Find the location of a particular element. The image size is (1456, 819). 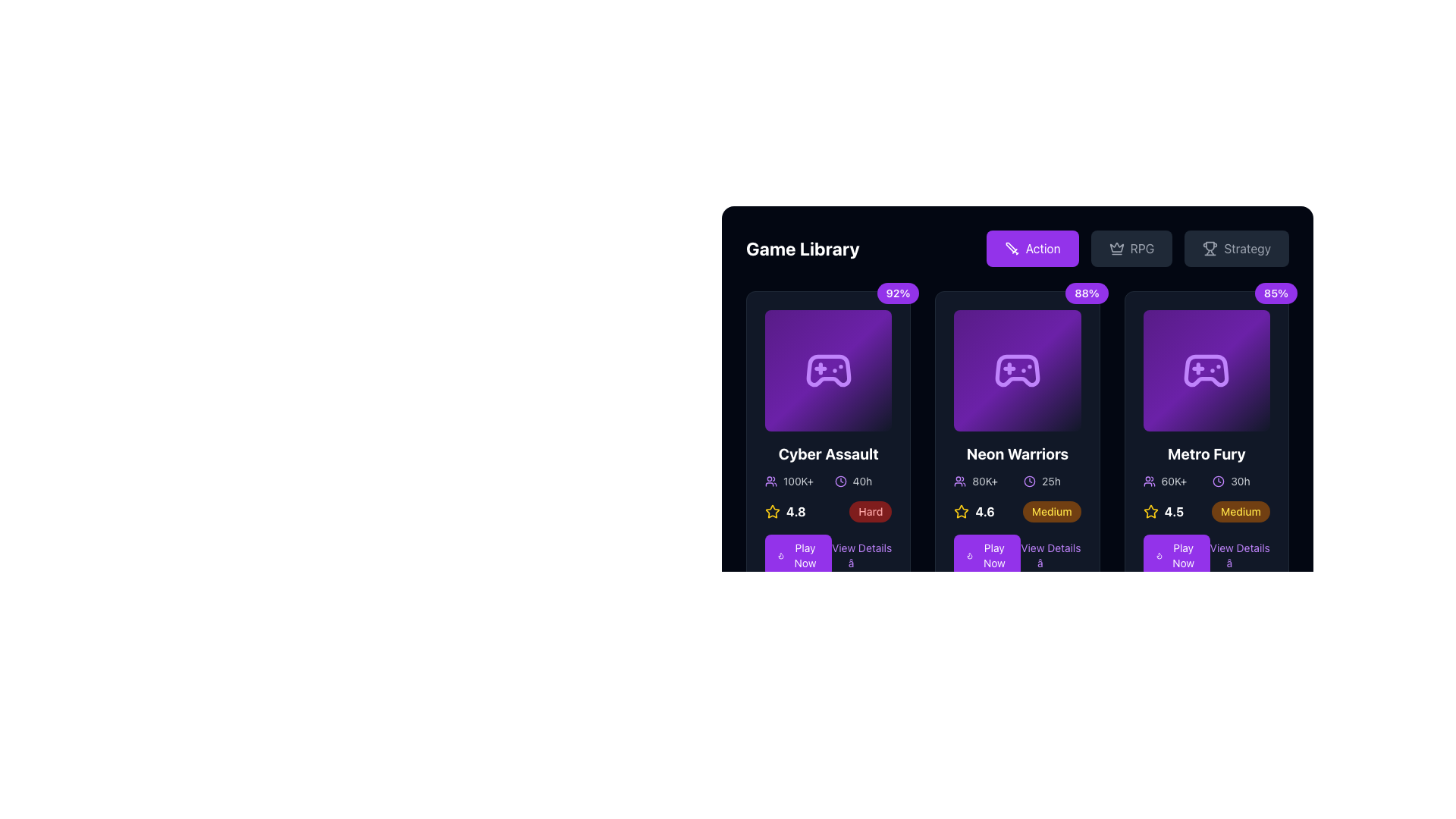

the decorative icon representing the 'Neon Warriors' game in the second card of the first row of the grid is located at coordinates (1017, 371).